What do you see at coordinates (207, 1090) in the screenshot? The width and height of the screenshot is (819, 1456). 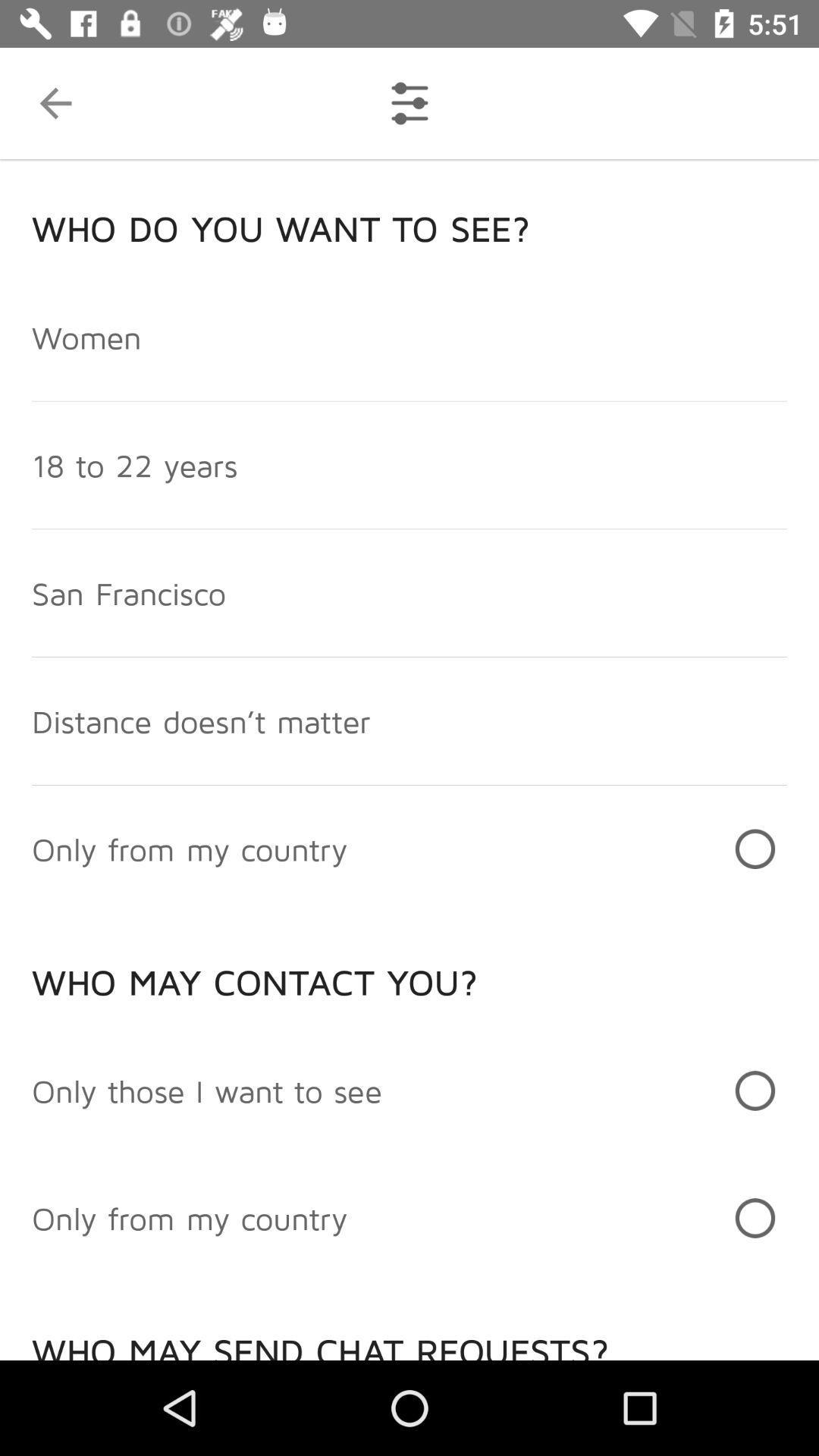 I see `only those i` at bounding box center [207, 1090].